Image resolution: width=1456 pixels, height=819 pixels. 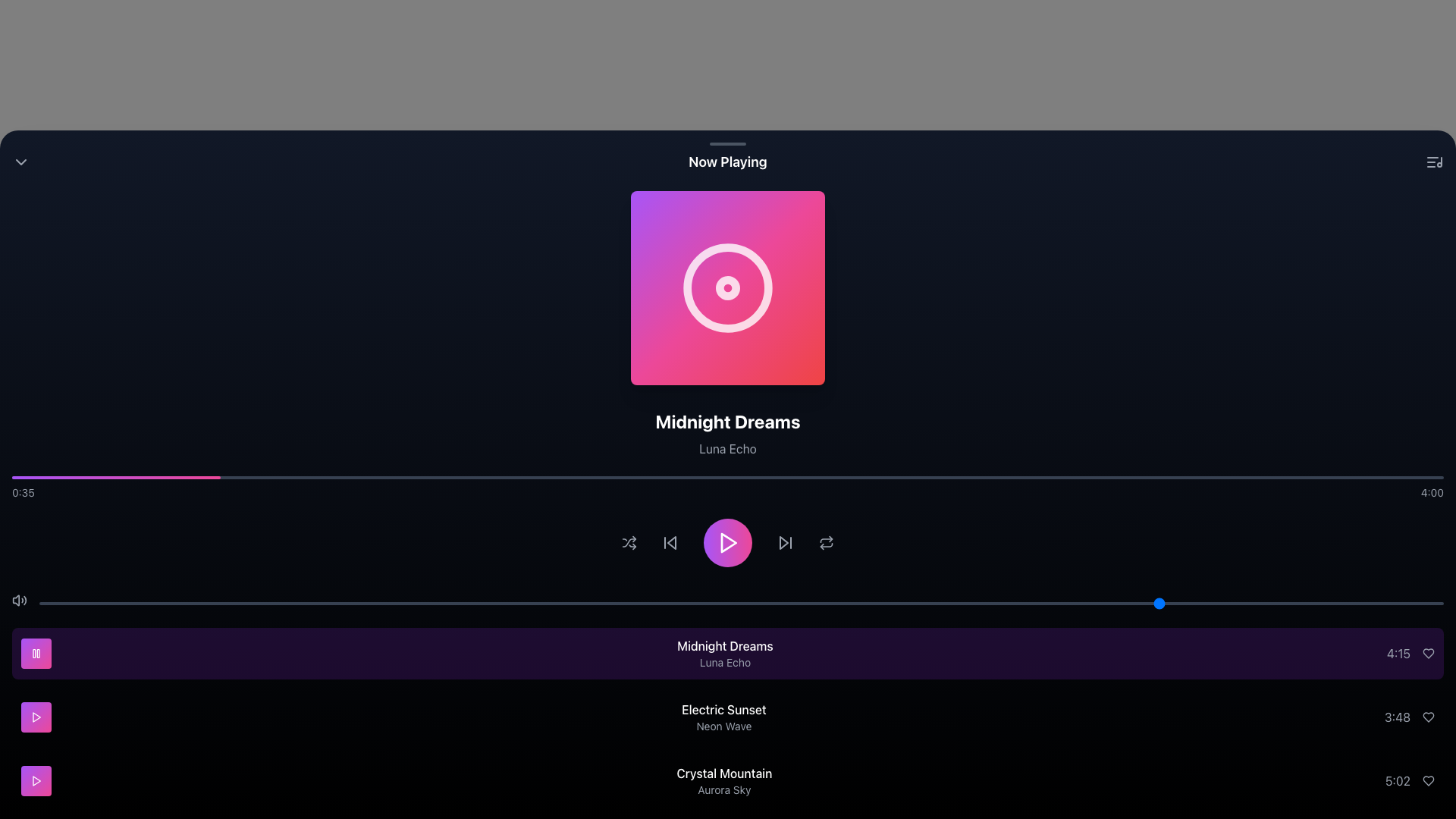 What do you see at coordinates (1427, 652) in the screenshot?
I see `the favorite button for the song 'Midnight Dreams' by 'Luna Echo' to mark it as a favorite` at bounding box center [1427, 652].